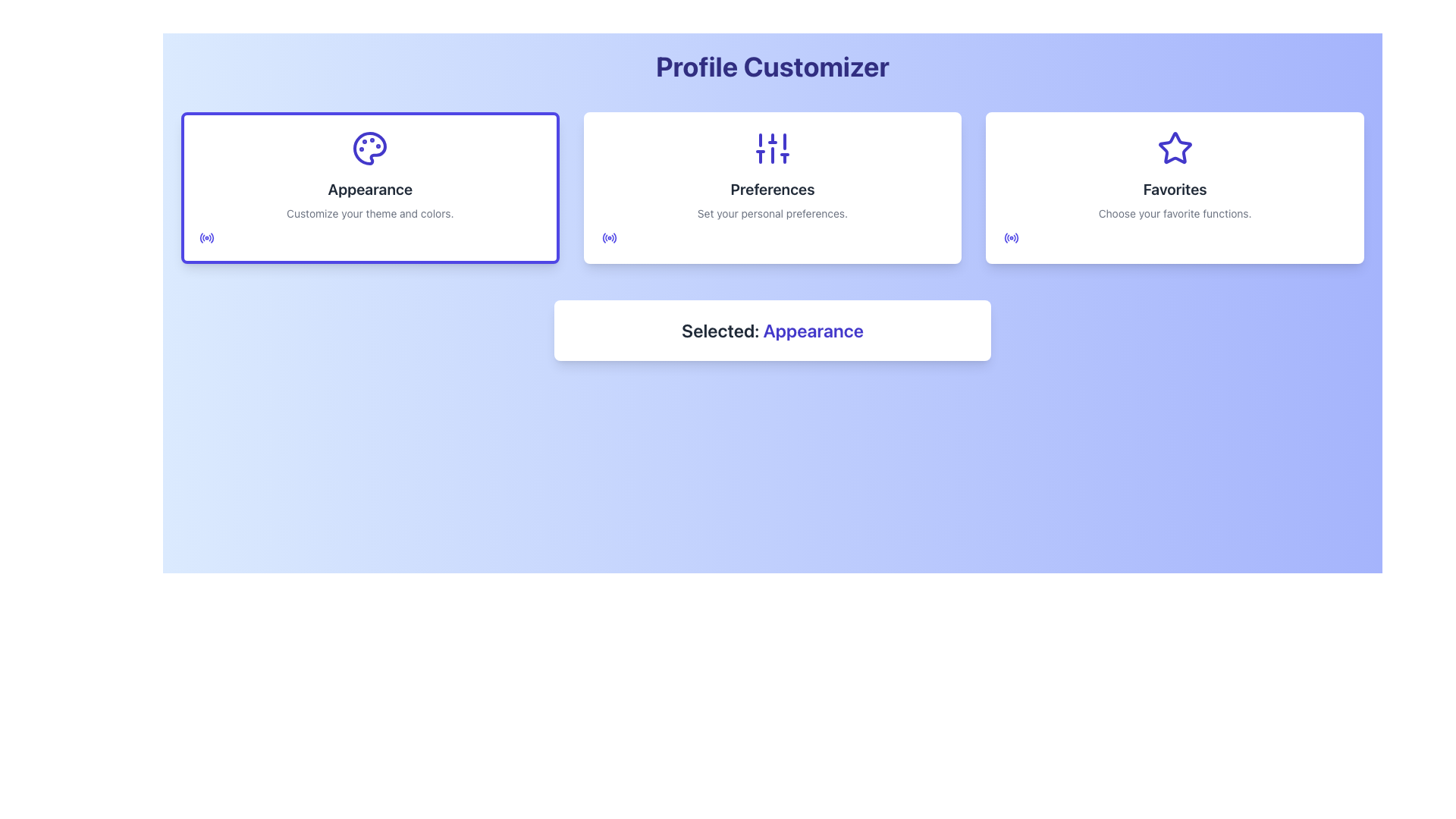  I want to click on the indigo circular radio button located in the bottom-center of the 'Favorites' card section, which is situated under the 'Favorites' title and above the description 'Choose your favorite functions.', so click(1012, 237).